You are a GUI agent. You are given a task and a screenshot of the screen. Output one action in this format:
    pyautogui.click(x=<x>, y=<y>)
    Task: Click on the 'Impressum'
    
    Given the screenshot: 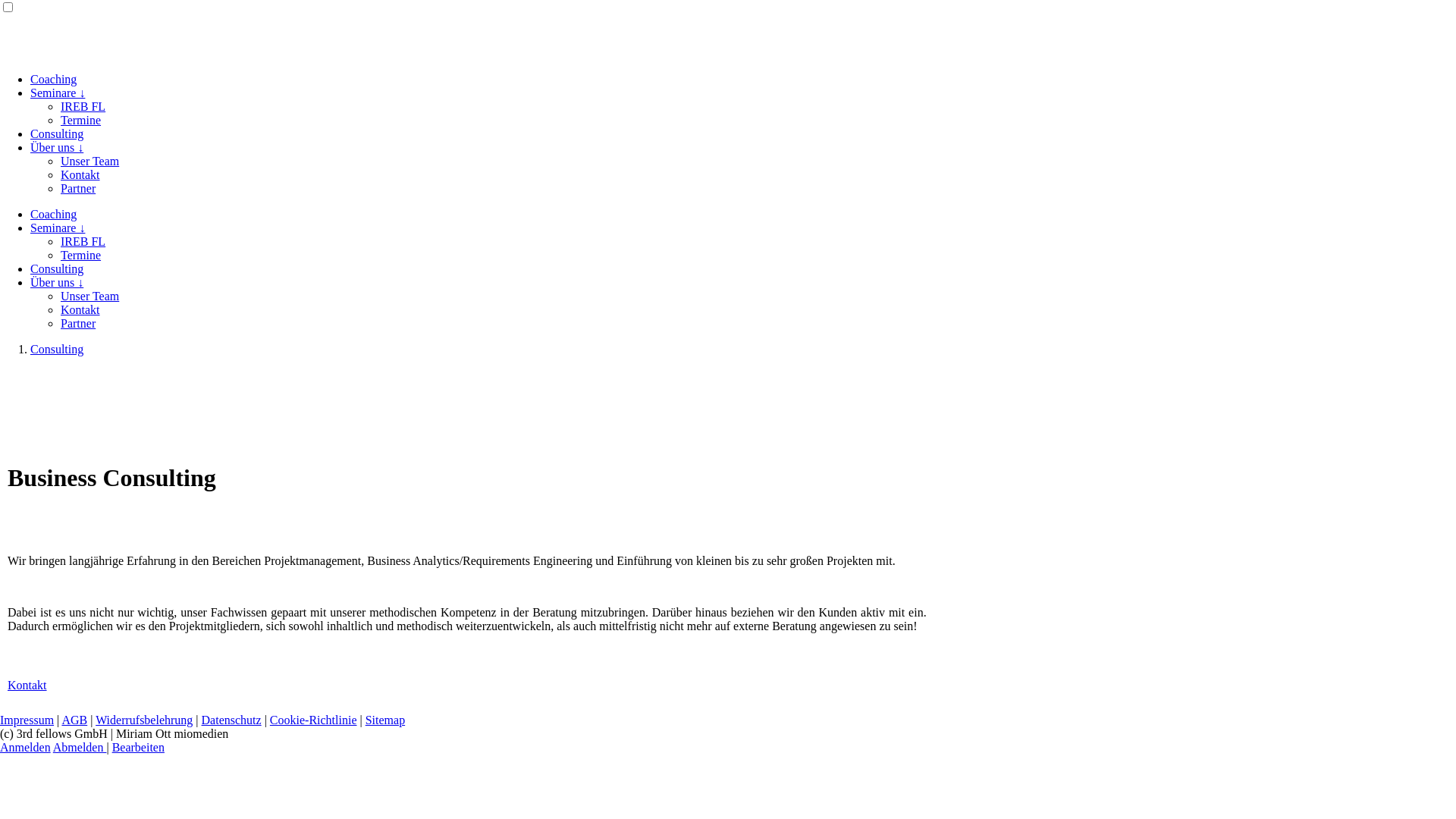 What is the action you would take?
    pyautogui.click(x=27, y=719)
    